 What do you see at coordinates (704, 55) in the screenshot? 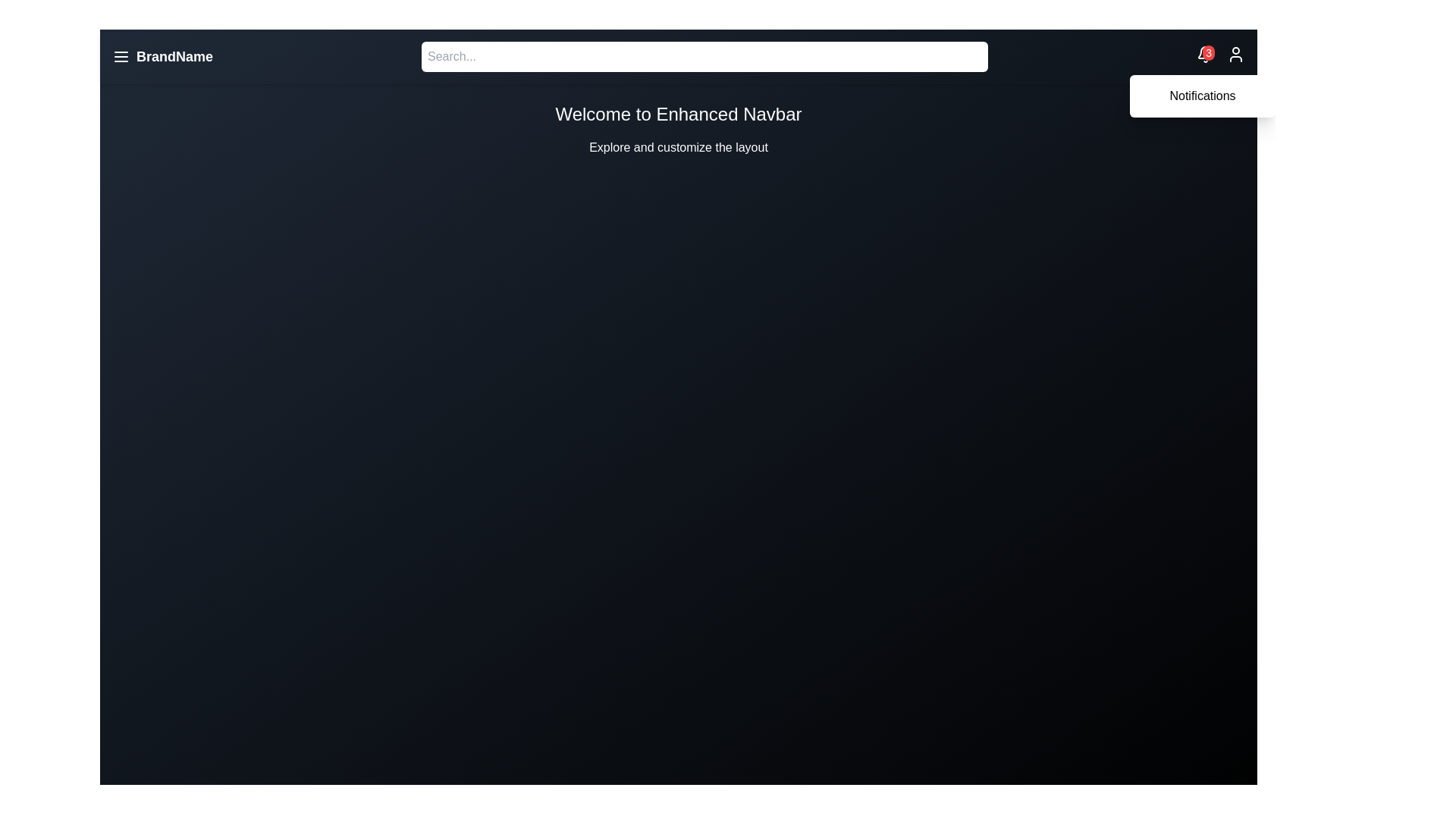
I see `the search bar and type the text 'example'` at bounding box center [704, 55].